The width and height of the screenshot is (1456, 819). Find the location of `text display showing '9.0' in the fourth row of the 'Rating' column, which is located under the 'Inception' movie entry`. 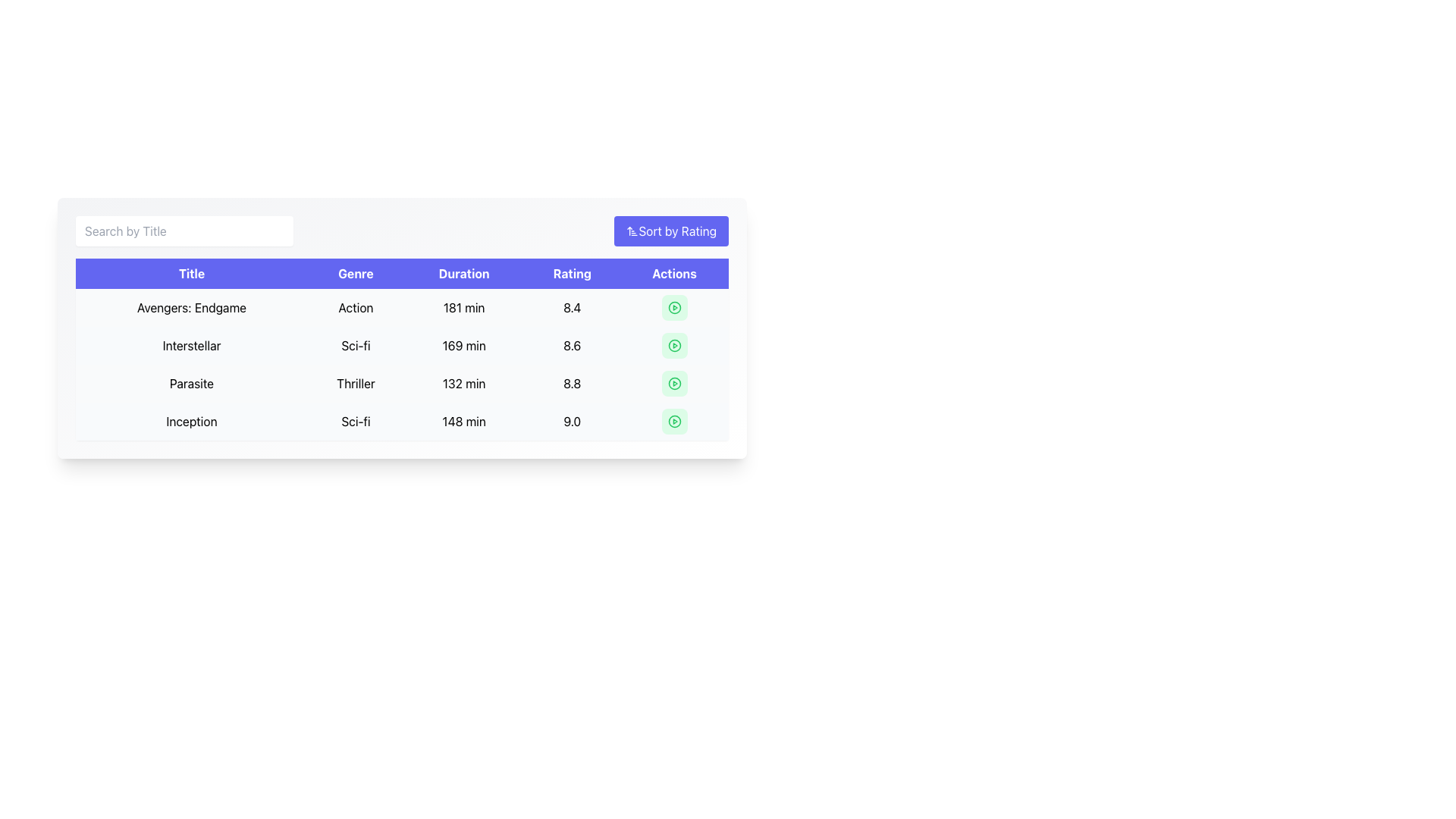

text display showing '9.0' in the fourth row of the 'Rating' column, which is located under the 'Inception' movie entry is located at coordinates (571, 421).